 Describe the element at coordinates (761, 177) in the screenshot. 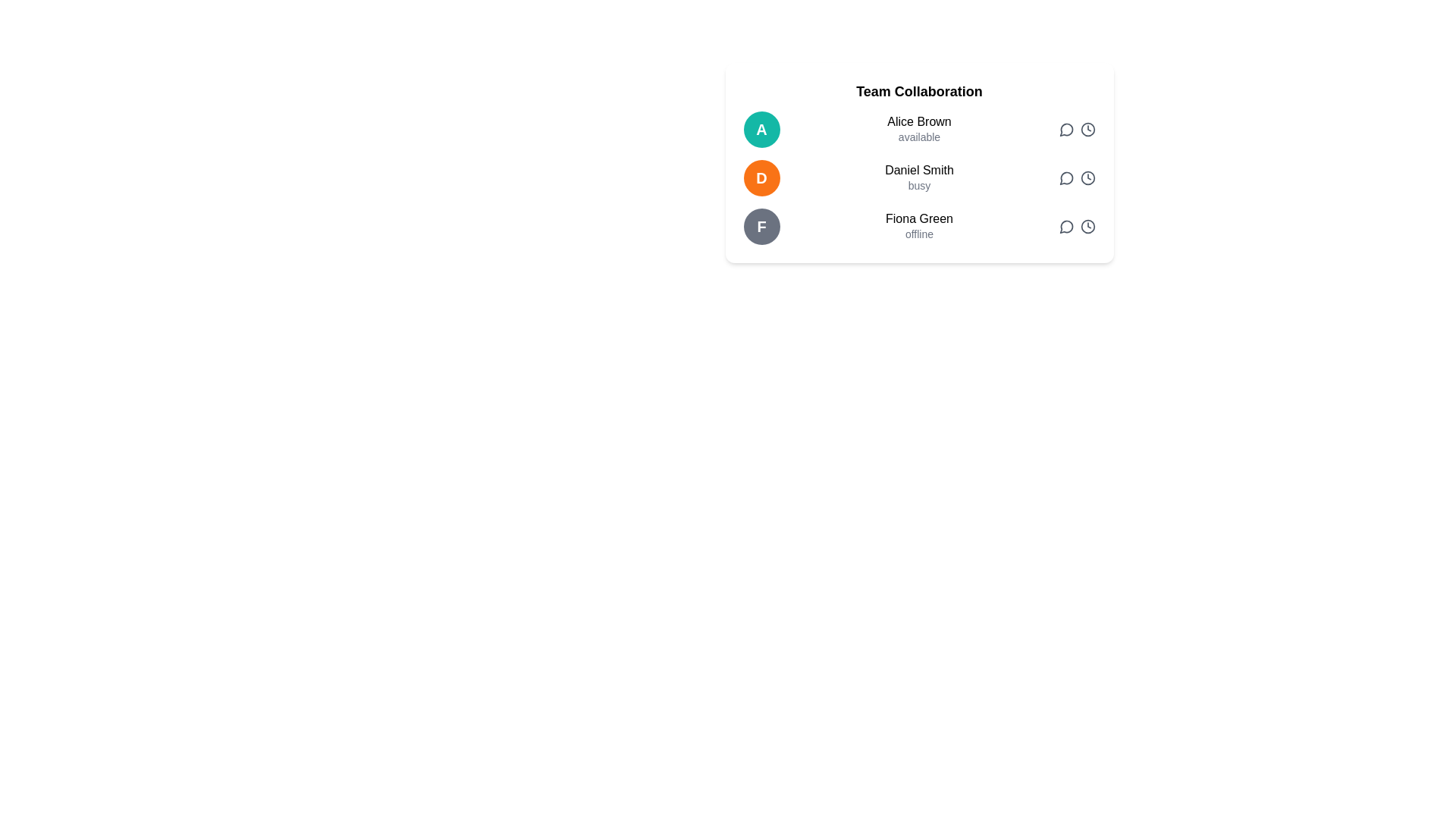

I see `the circular badge with an orange background containing a white capital 'D', located in the second row of user profiles adjacent to 'Daniel Smith' and 'busy'` at that location.